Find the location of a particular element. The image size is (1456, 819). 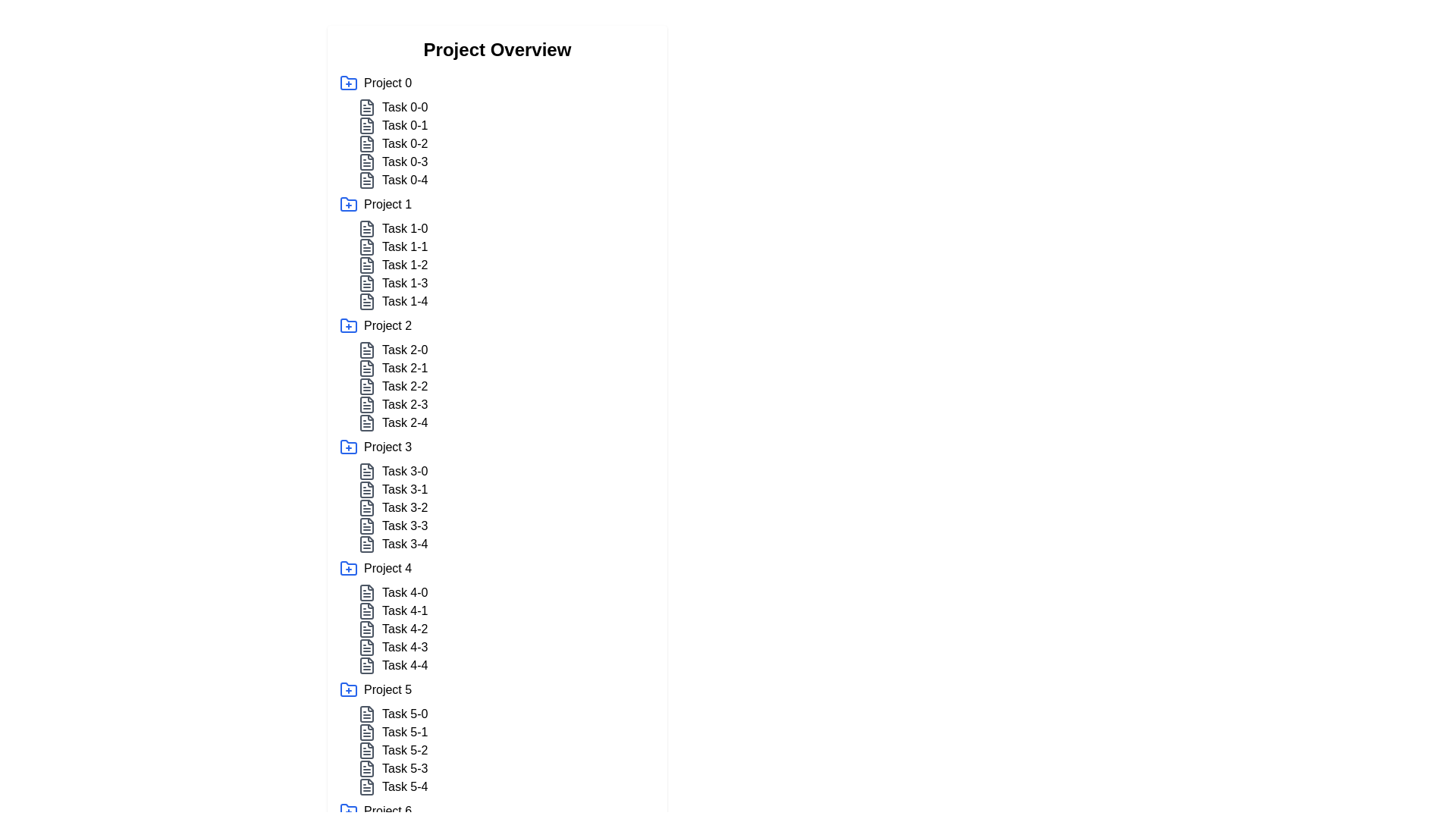

the text label indicating 'Task 5-0', which is the first entry under 'Project 5' in the hierarchy is located at coordinates (405, 714).